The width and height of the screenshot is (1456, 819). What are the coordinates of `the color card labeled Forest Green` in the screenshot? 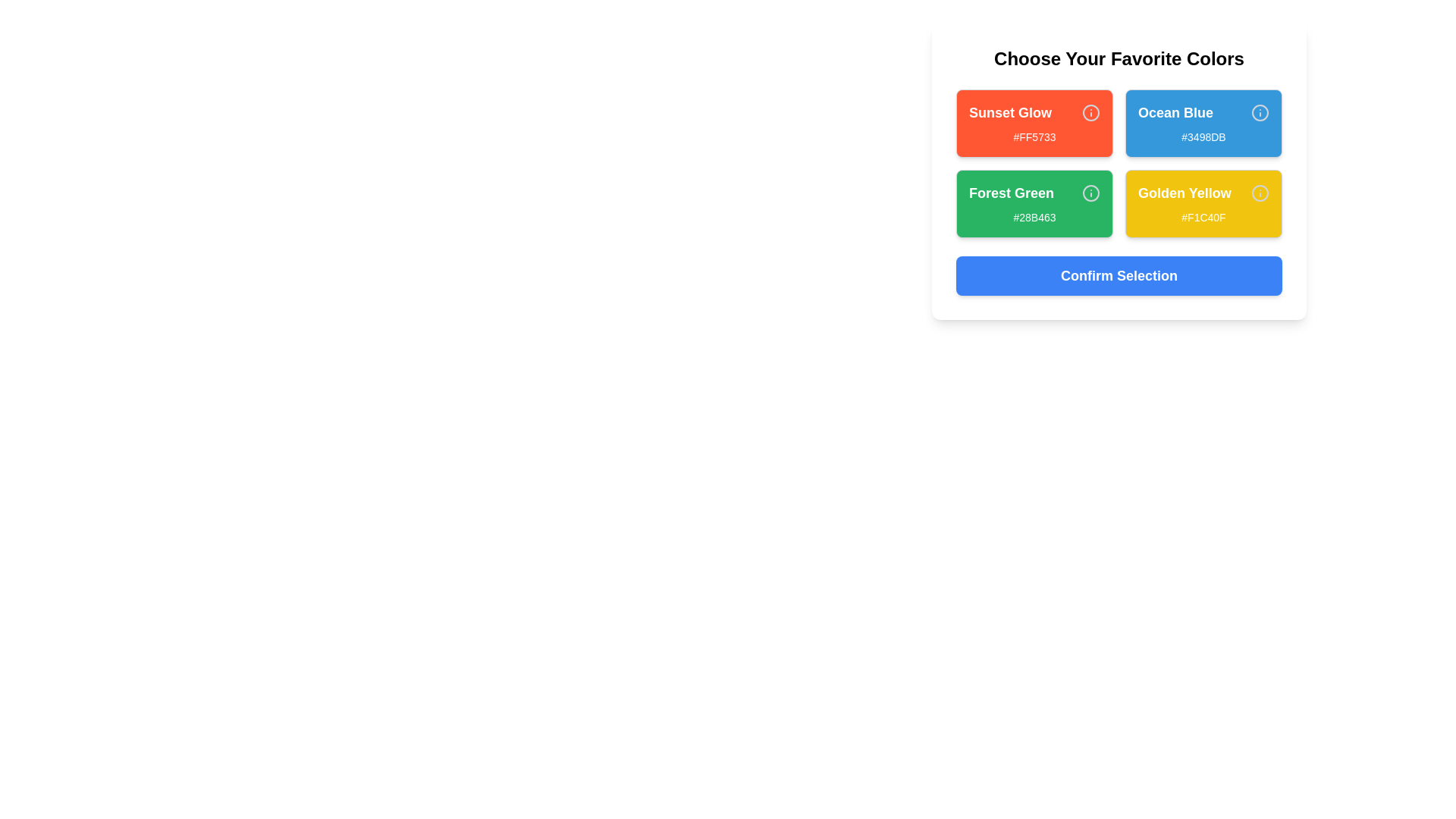 It's located at (1034, 203).